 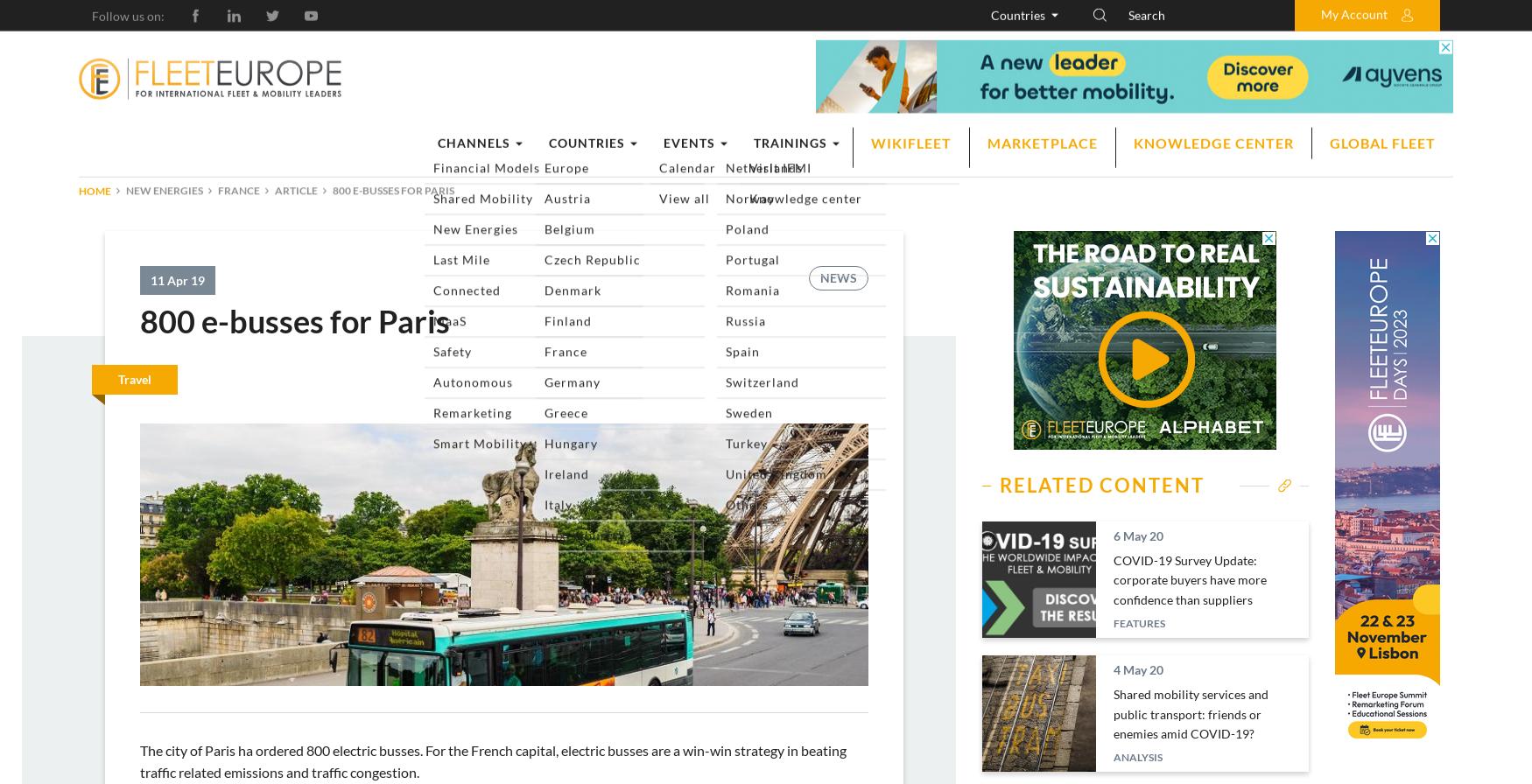 What do you see at coordinates (1030, 388) in the screenshot?
I see `'Portugal'` at bounding box center [1030, 388].